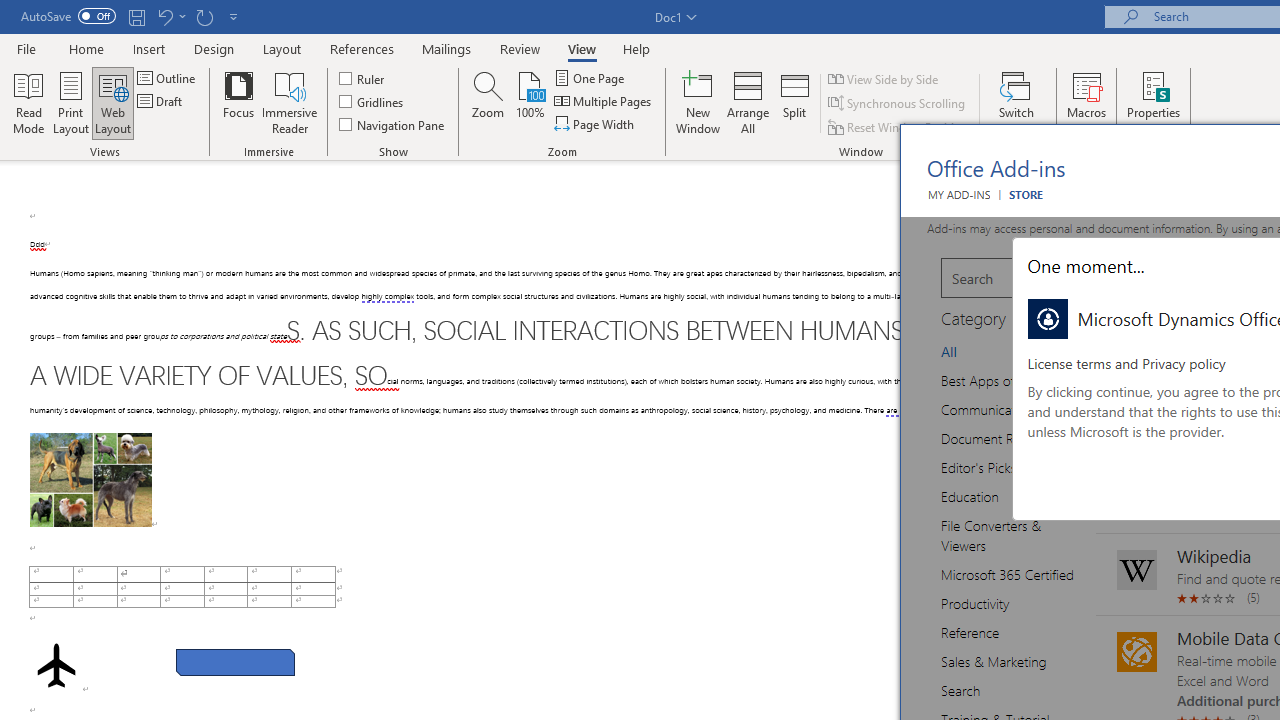 The height and width of the screenshot is (720, 1280). I want to click on 'Zoom...', so click(488, 103).